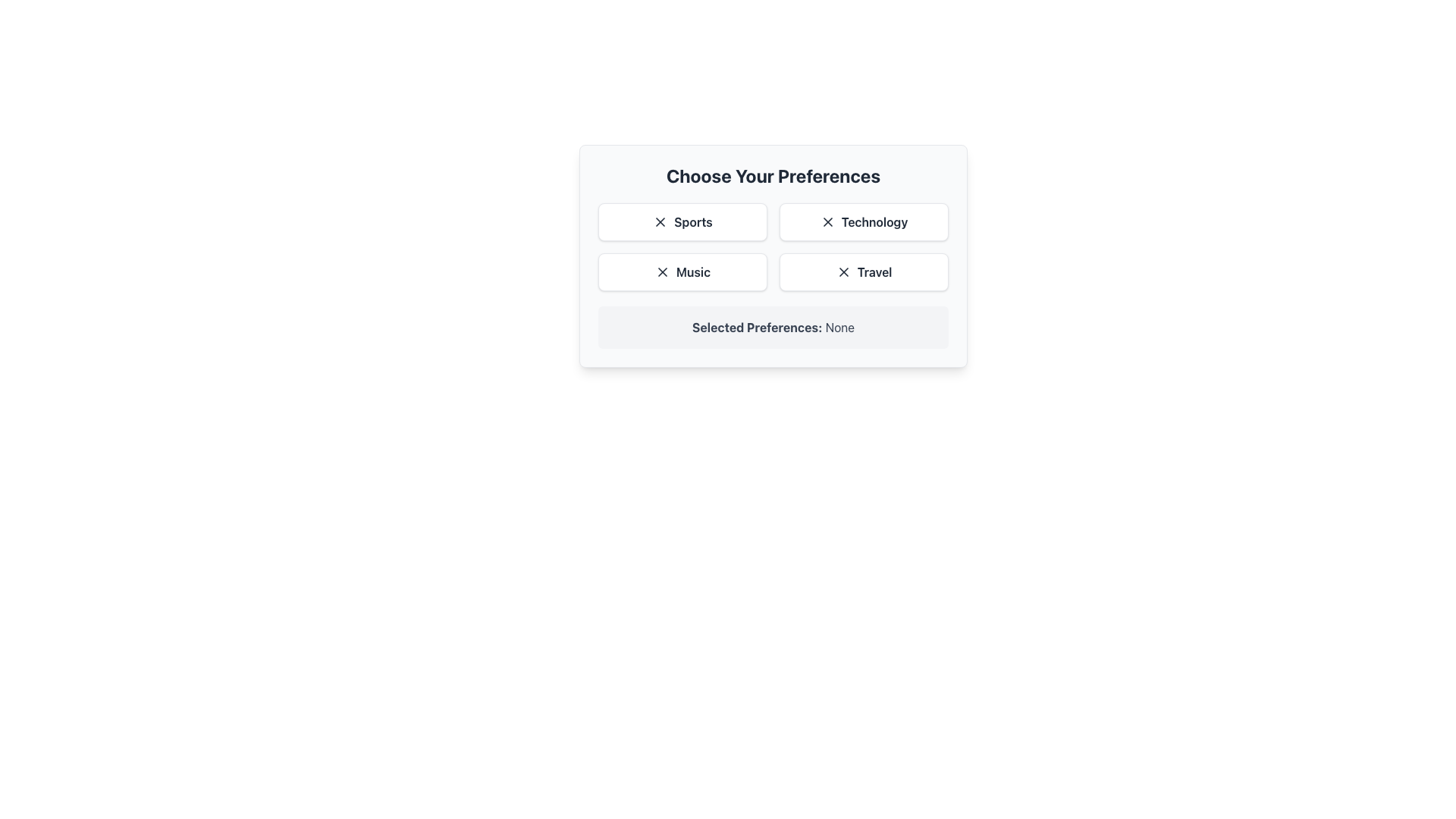 This screenshot has height=819, width=1456. What do you see at coordinates (864, 271) in the screenshot?
I see `the 'Travel' button located in the bottom-right cell of the grid layout, which has a white background and features the word 'Travel' in bold, dark text next to a small 'X' icon` at bounding box center [864, 271].